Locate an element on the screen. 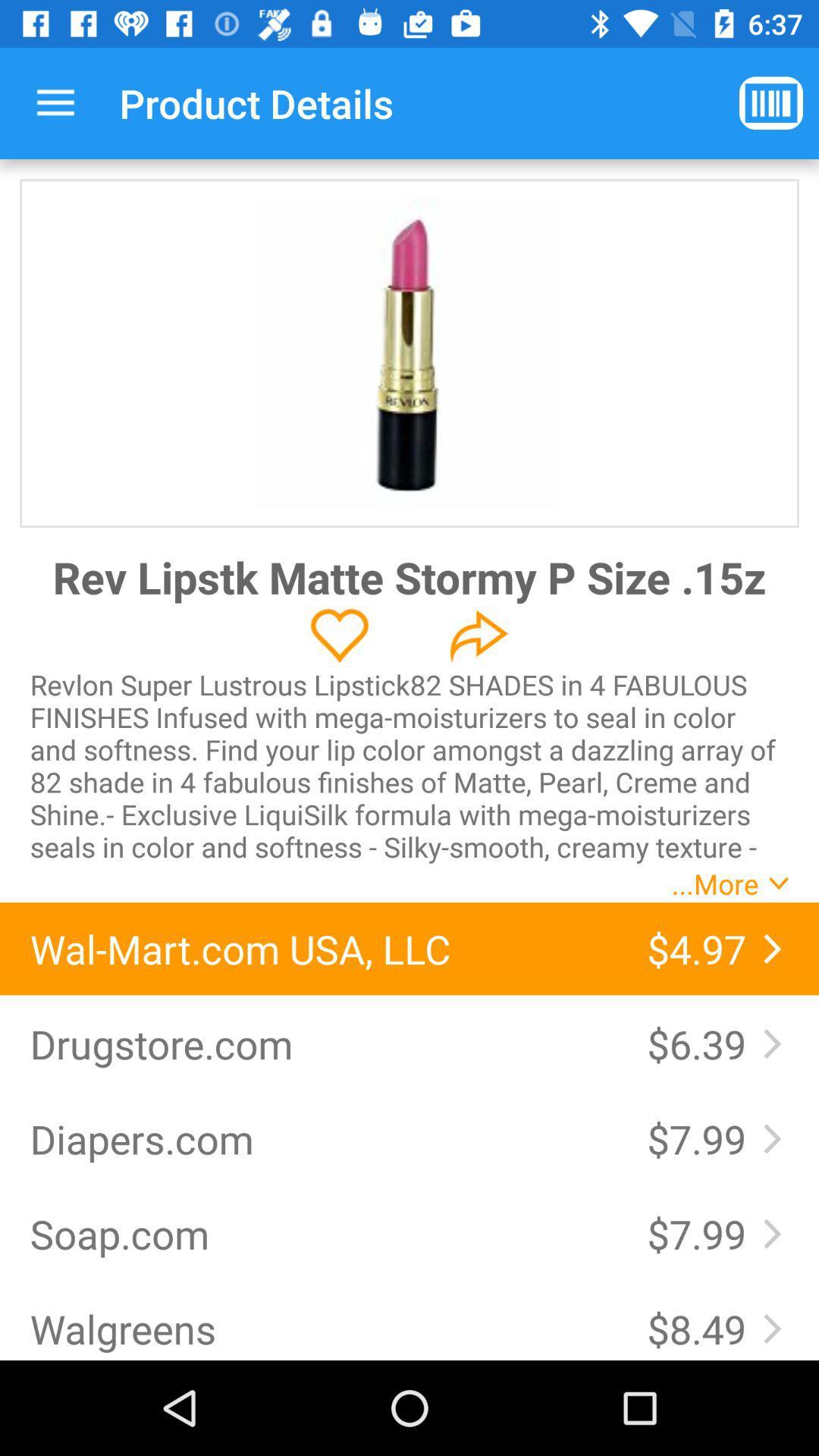 This screenshot has height=1456, width=819. the revlon super lustrous item is located at coordinates (409, 765).